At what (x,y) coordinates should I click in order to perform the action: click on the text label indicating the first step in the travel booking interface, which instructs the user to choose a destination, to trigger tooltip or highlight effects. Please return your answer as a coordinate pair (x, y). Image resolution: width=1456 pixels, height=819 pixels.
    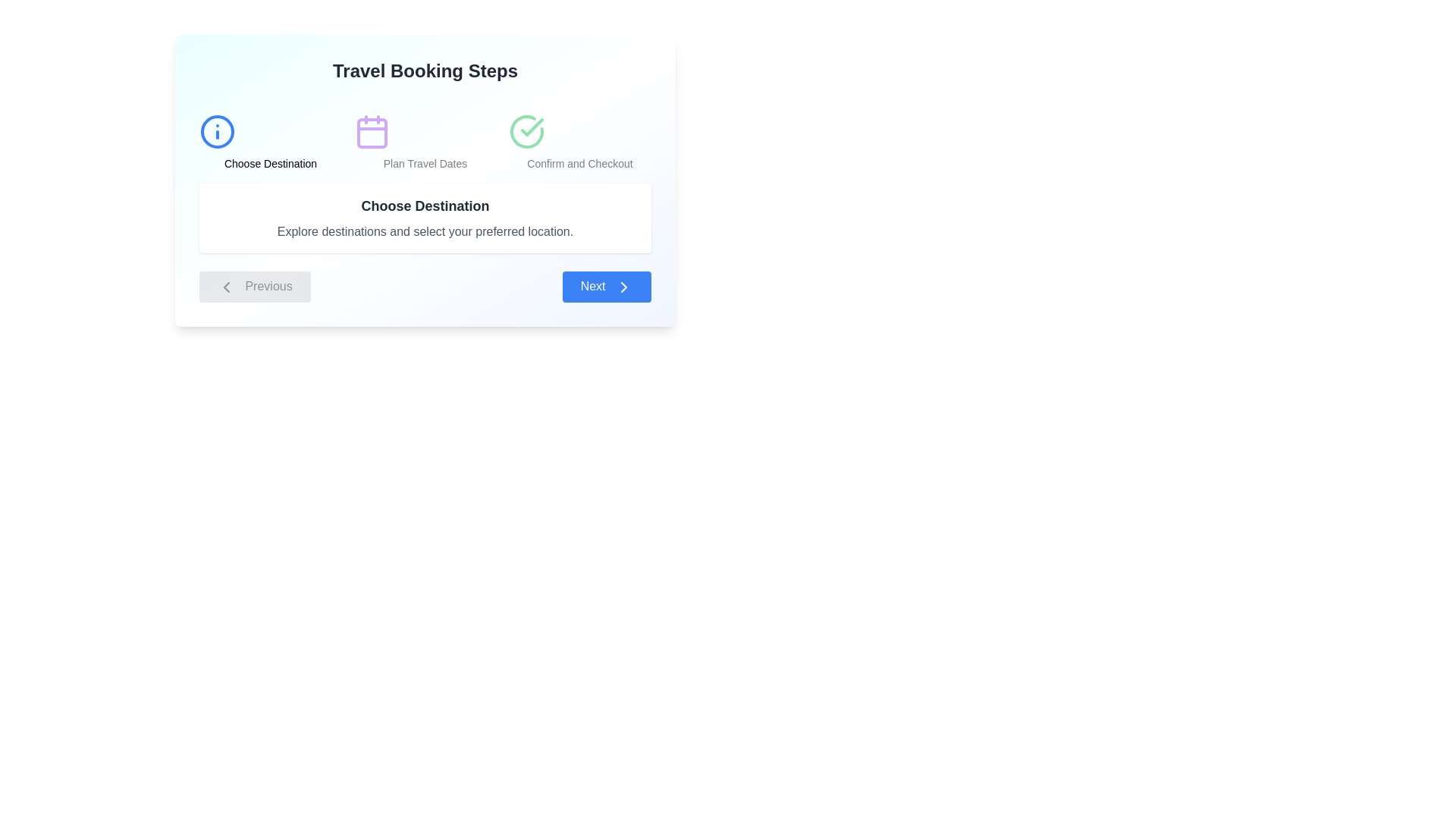
    Looking at the image, I should click on (270, 164).